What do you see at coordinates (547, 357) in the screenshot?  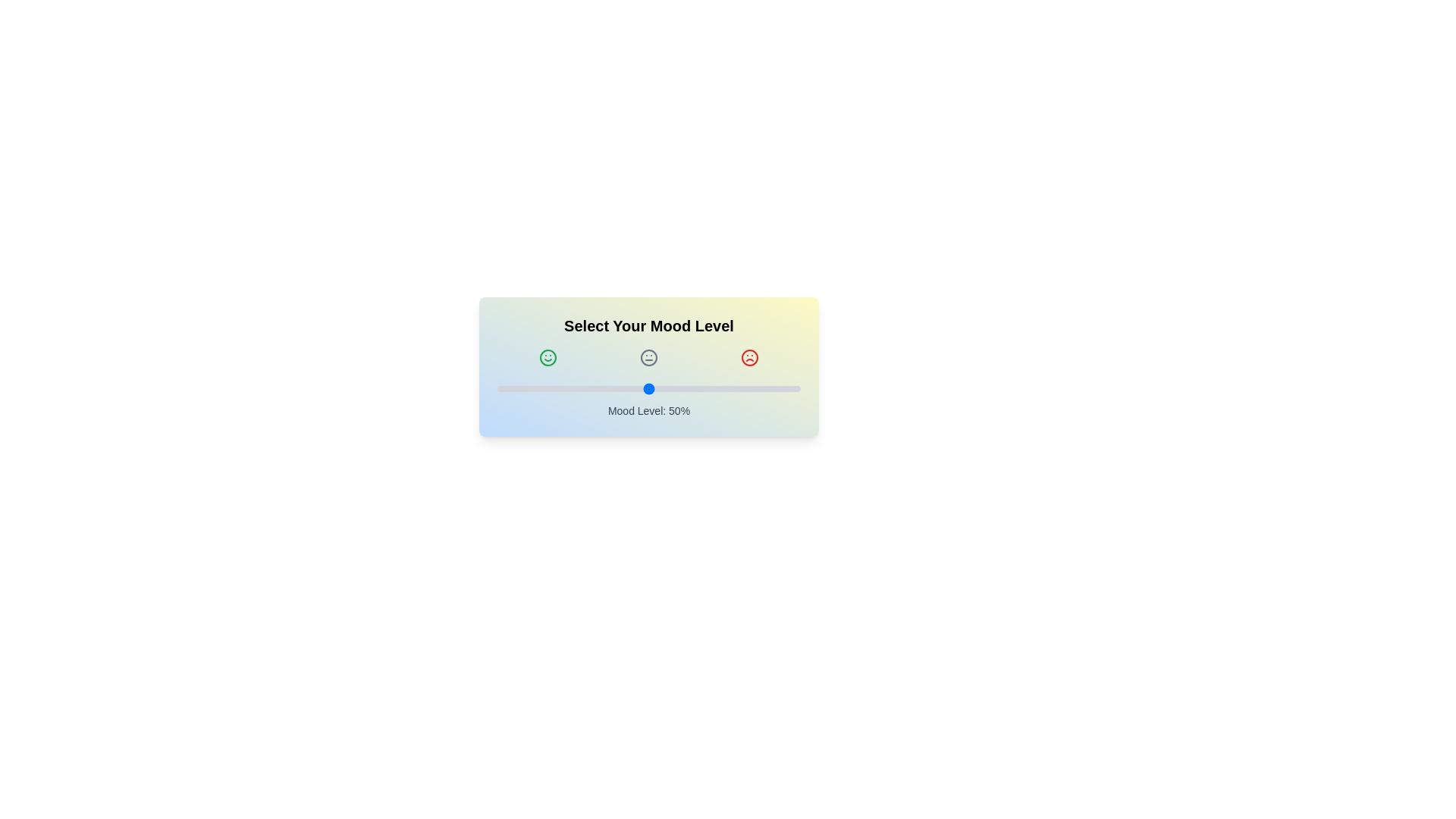 I see `the first smiley face icon` at bounding box center [547, 357].